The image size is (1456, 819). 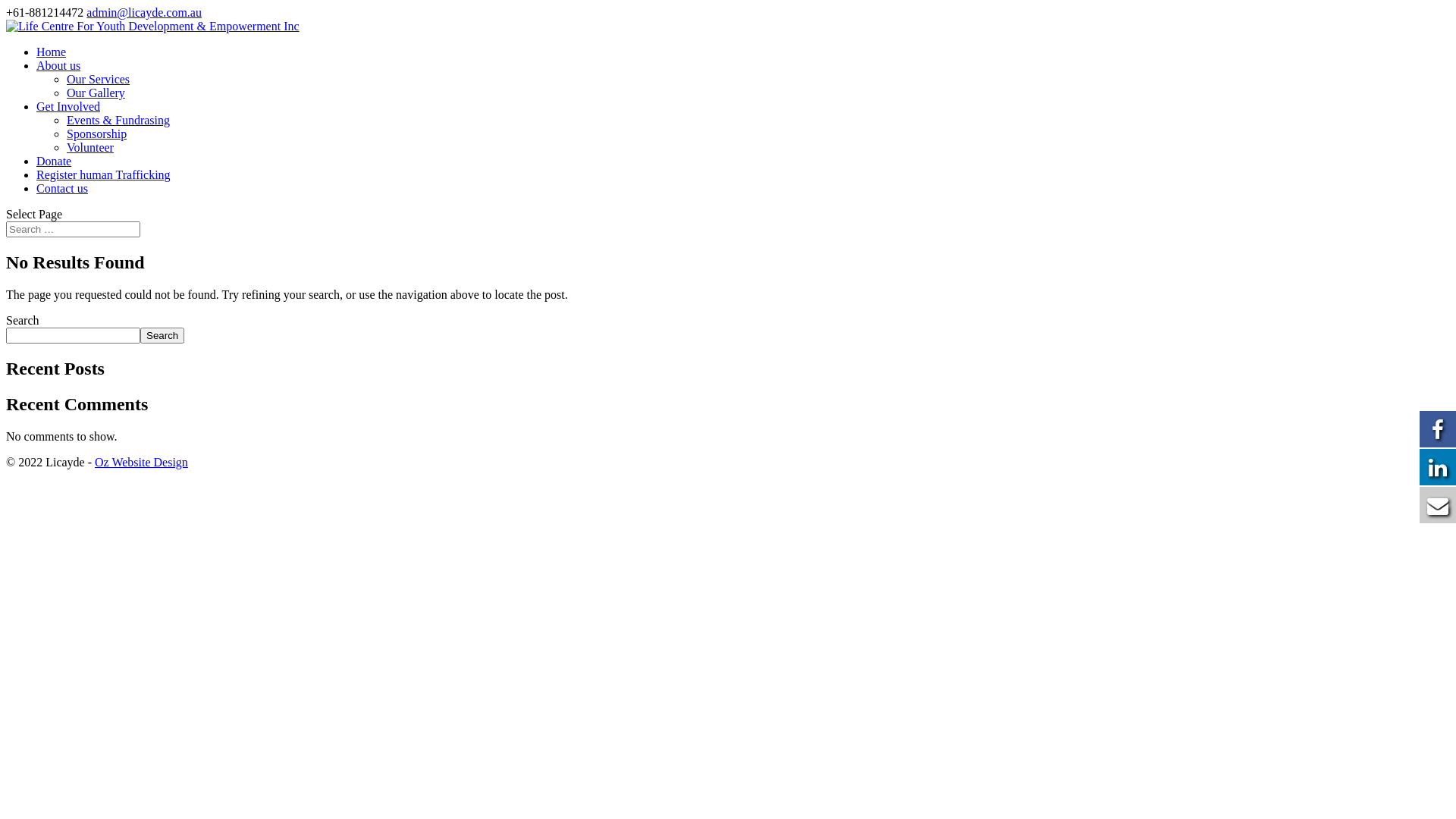 What do you see at coordinates (72, 229) in the screenshot?
I see `'Search for:'` at bounding box center [72, 229].